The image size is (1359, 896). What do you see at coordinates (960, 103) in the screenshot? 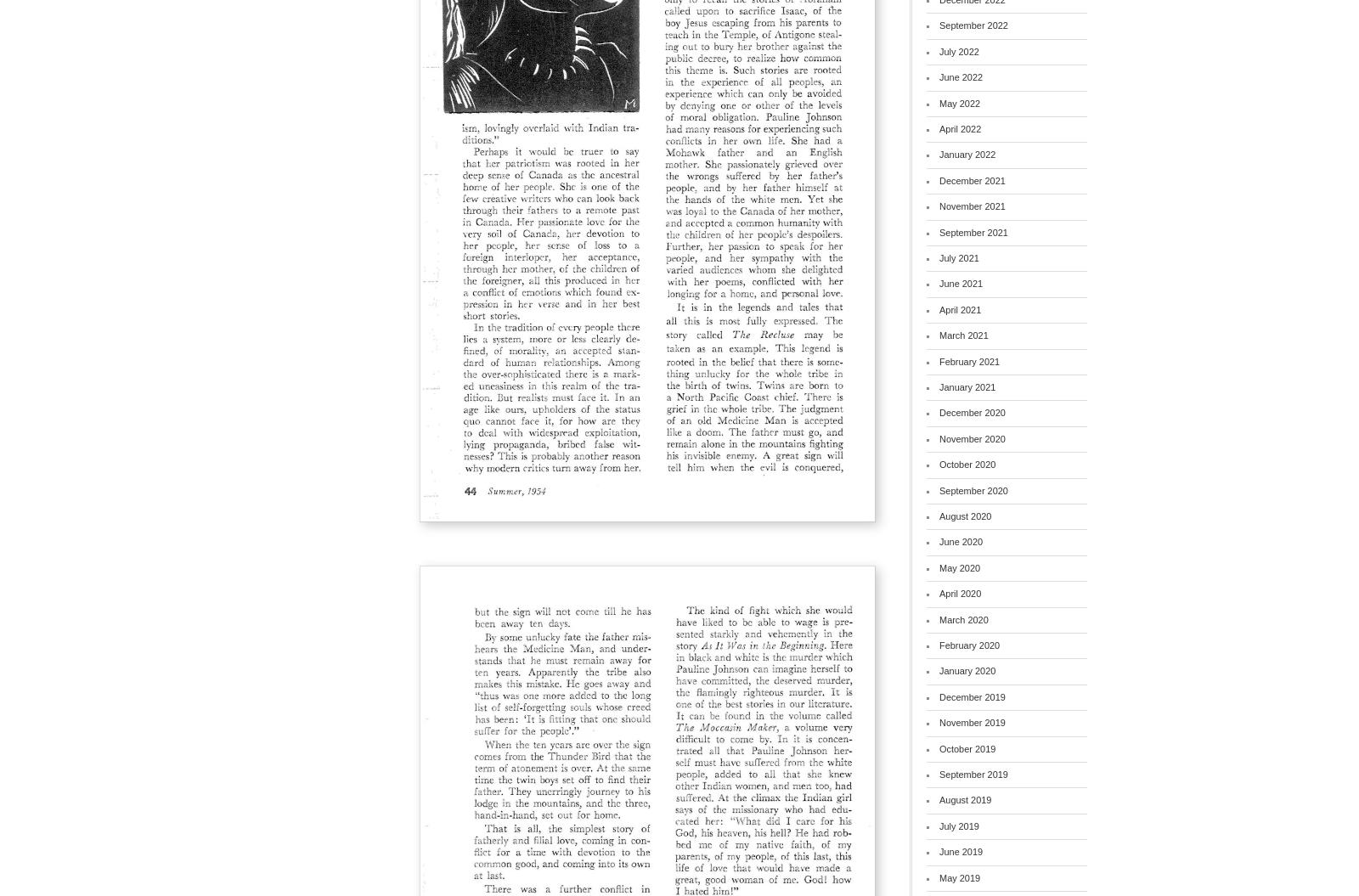
I see `'May 2022'` at bounding box center [960, 103].